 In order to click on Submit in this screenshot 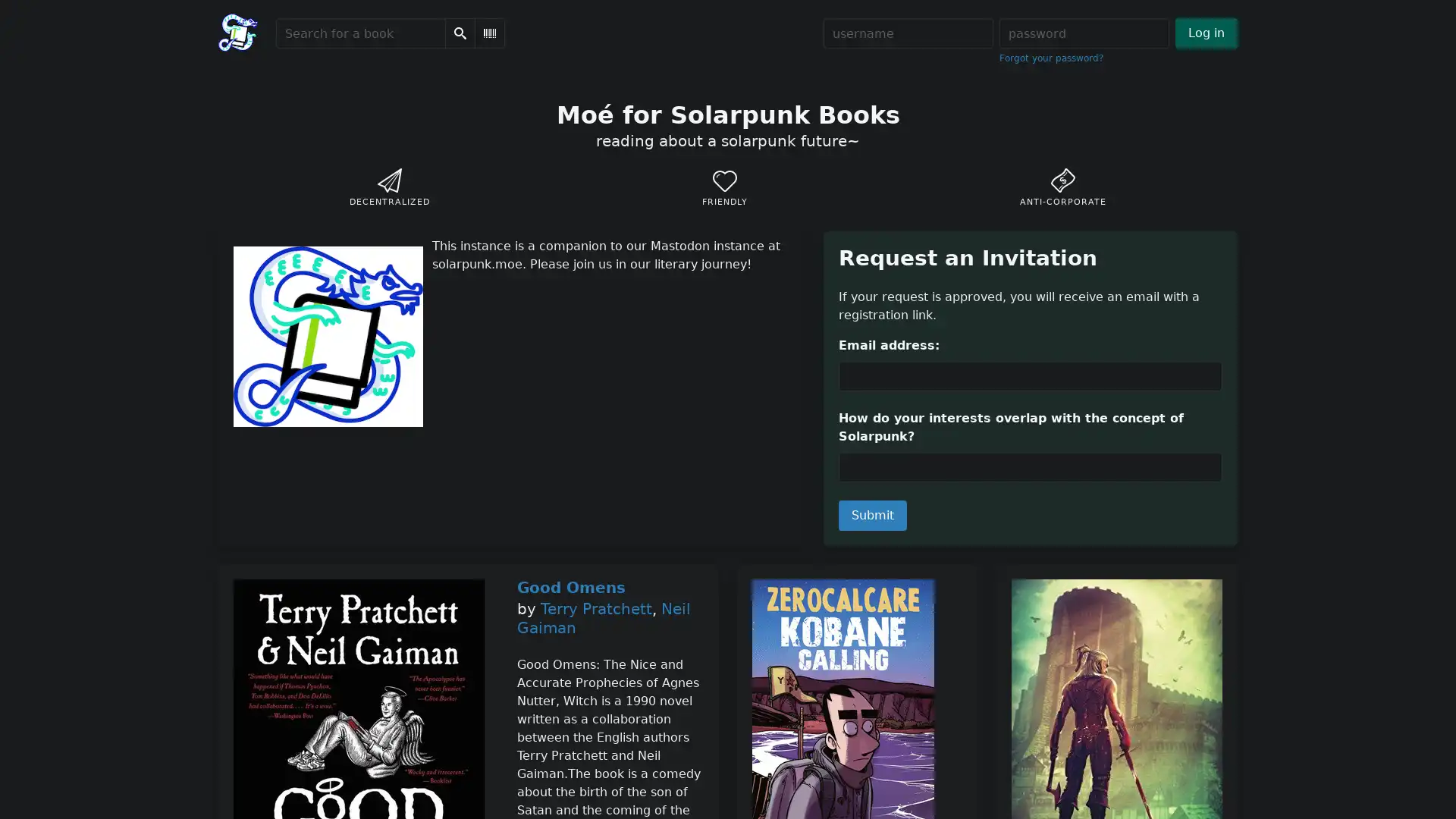, I will do `click(872, 514)`.